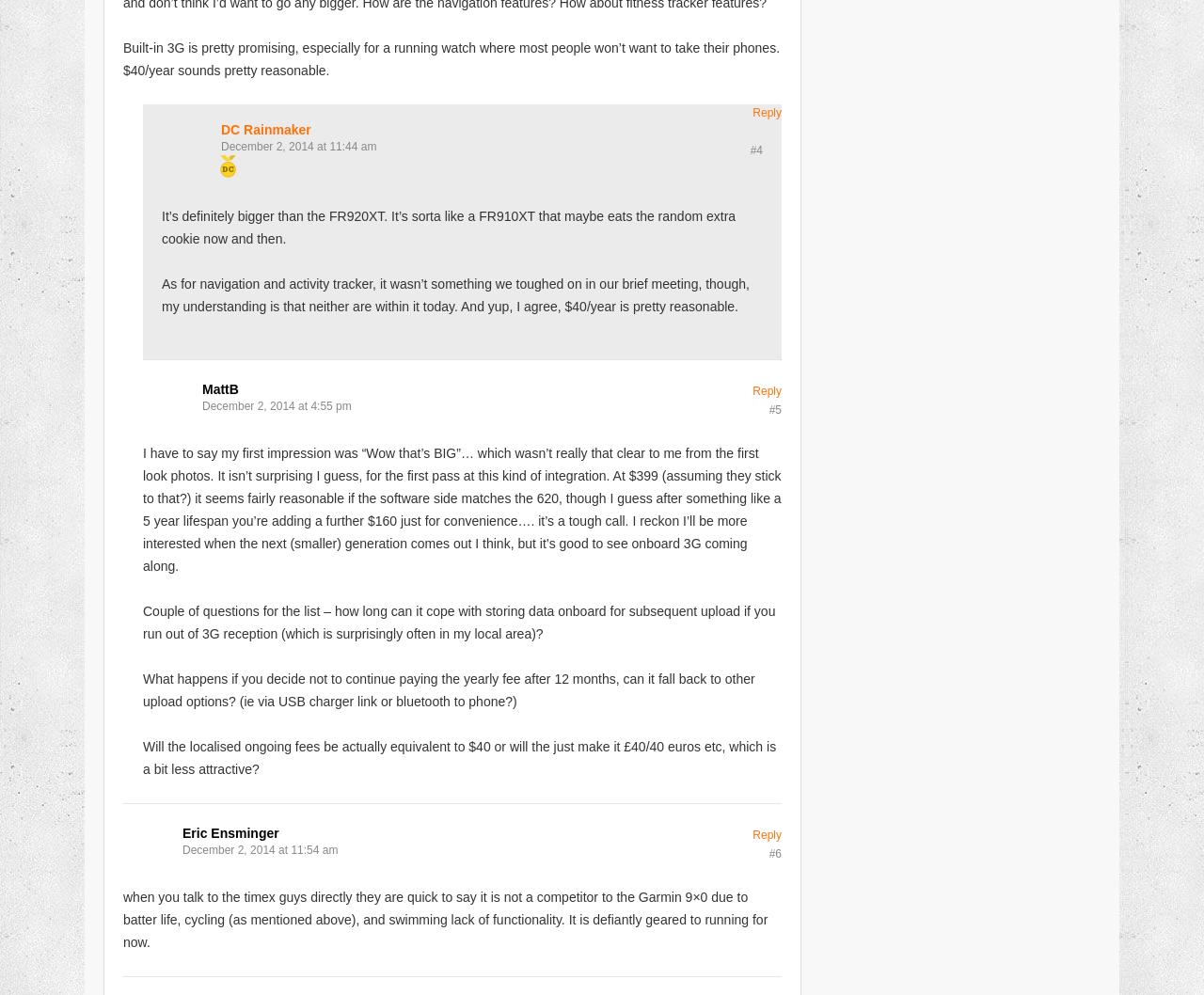 This screenshot has height=995, width=1204. What do you see at coordinates (229, 832) in the screenshot?
I see `'Eric Ensminger'` at bounding box center [229, 832].